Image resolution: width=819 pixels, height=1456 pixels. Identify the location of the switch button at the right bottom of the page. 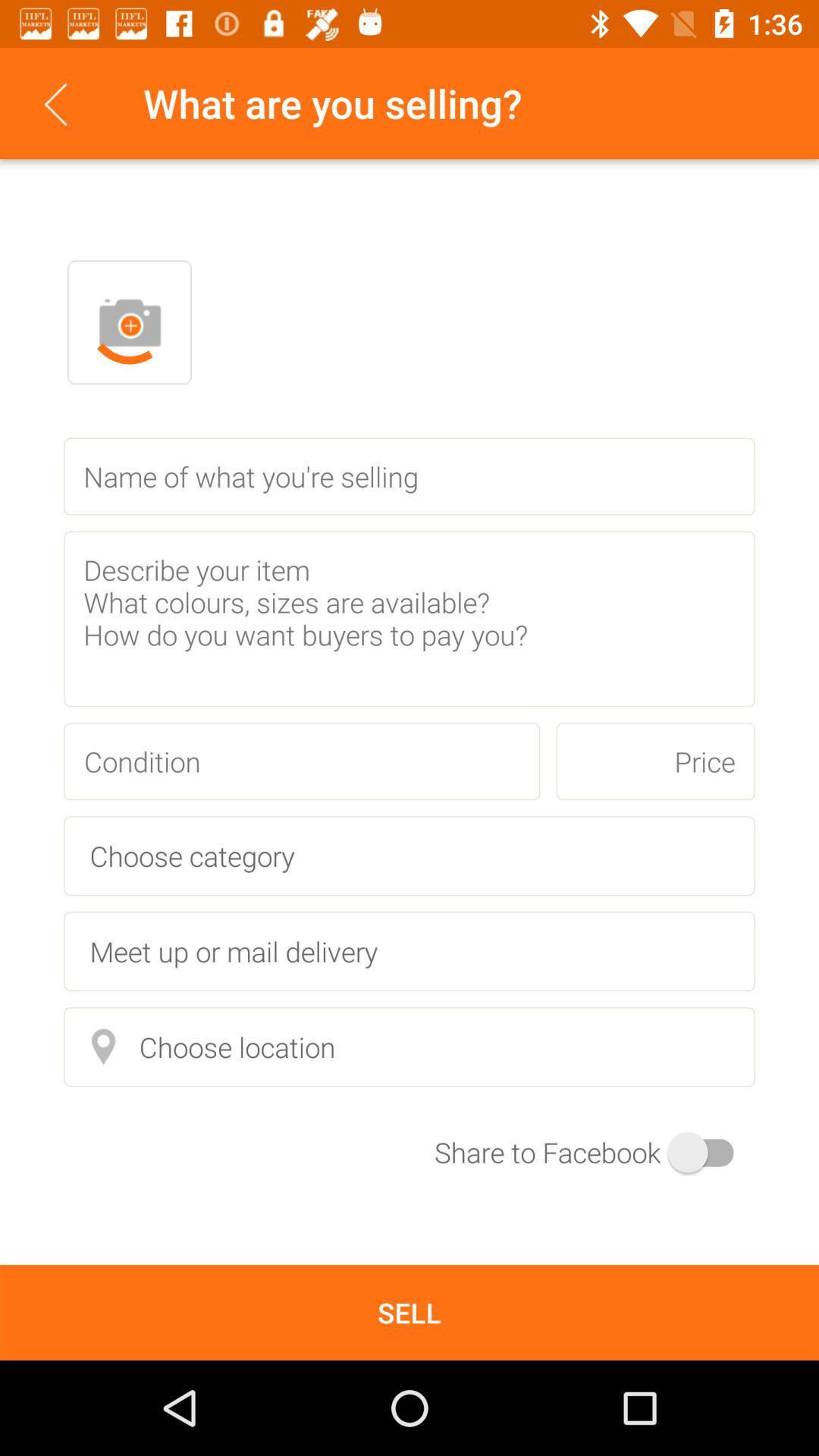
(594, 1153).